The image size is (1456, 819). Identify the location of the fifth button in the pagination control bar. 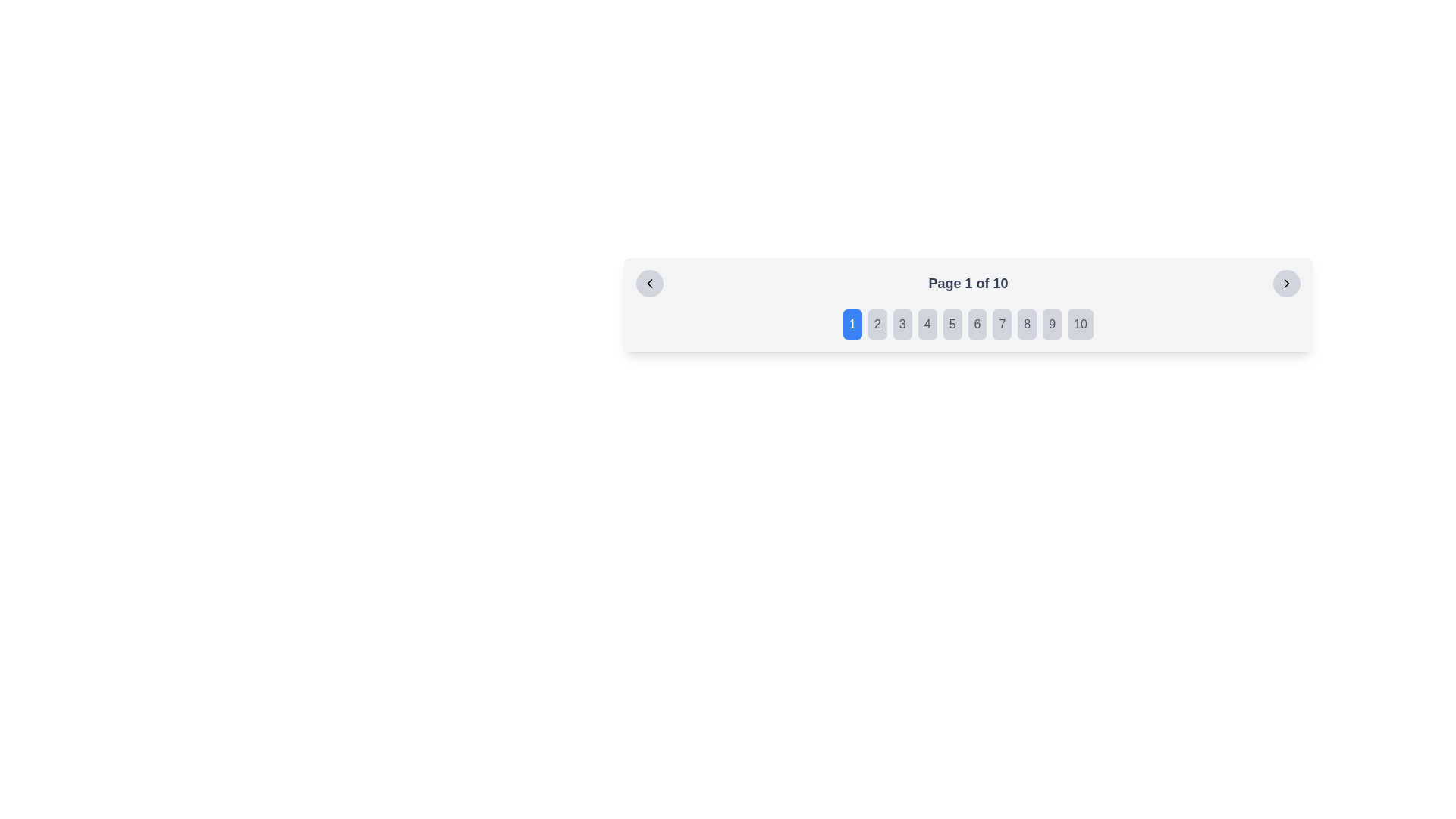
(952, 324).